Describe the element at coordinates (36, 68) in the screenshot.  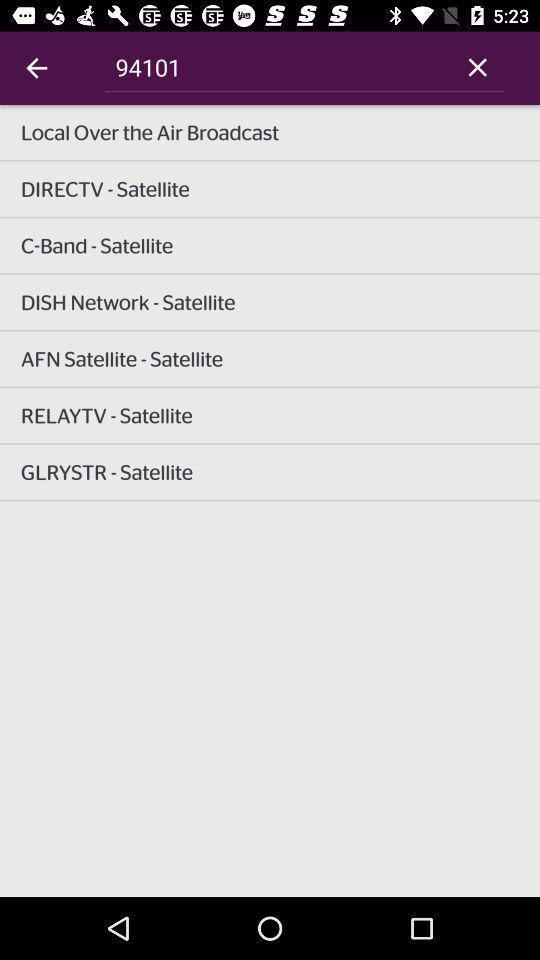
I see `icon next to 94101` at that location.